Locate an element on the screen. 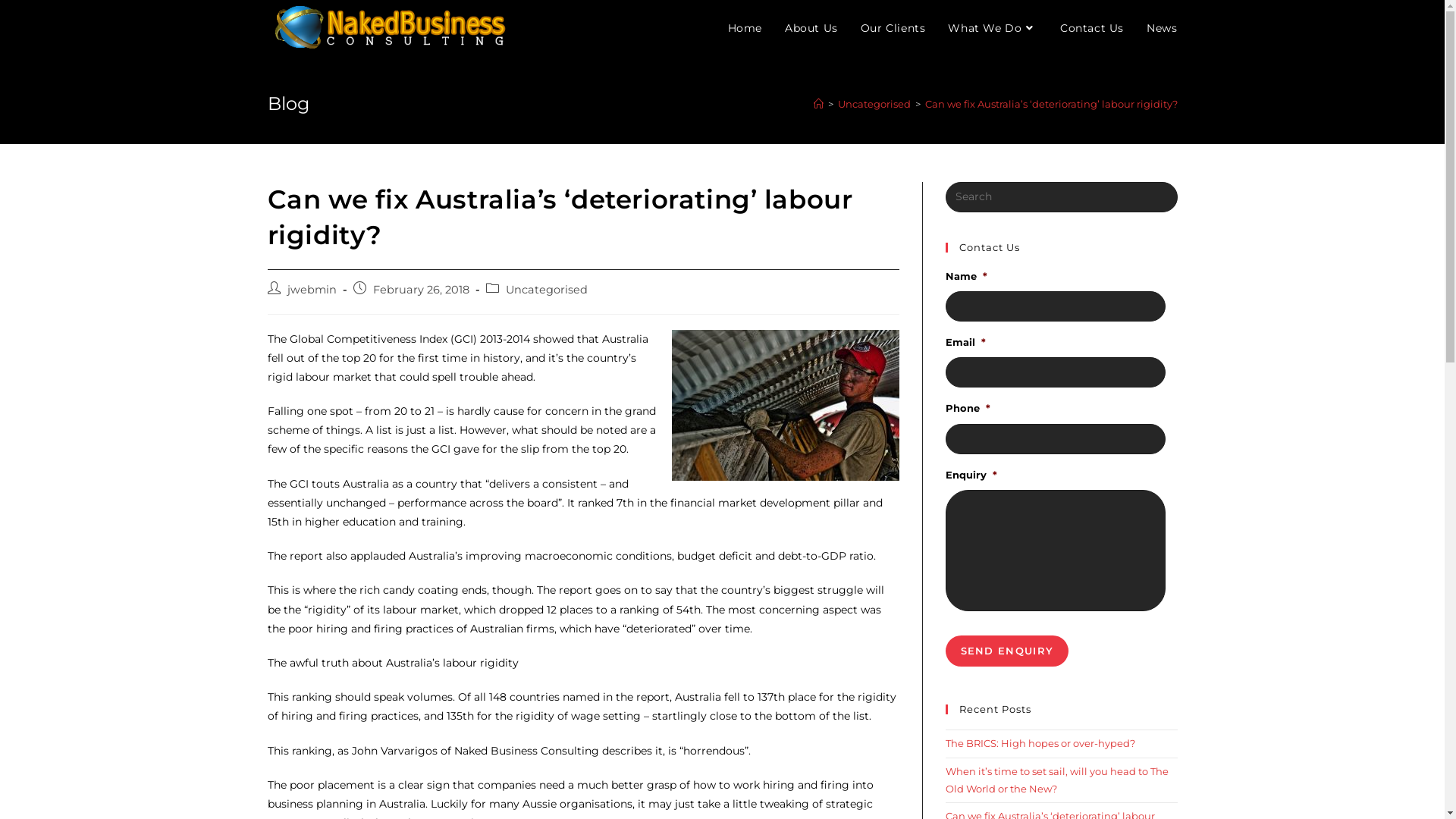 This screenshot has height=819, width=1456. 'Send Enquiry' is located at coordinates (1006, 650).